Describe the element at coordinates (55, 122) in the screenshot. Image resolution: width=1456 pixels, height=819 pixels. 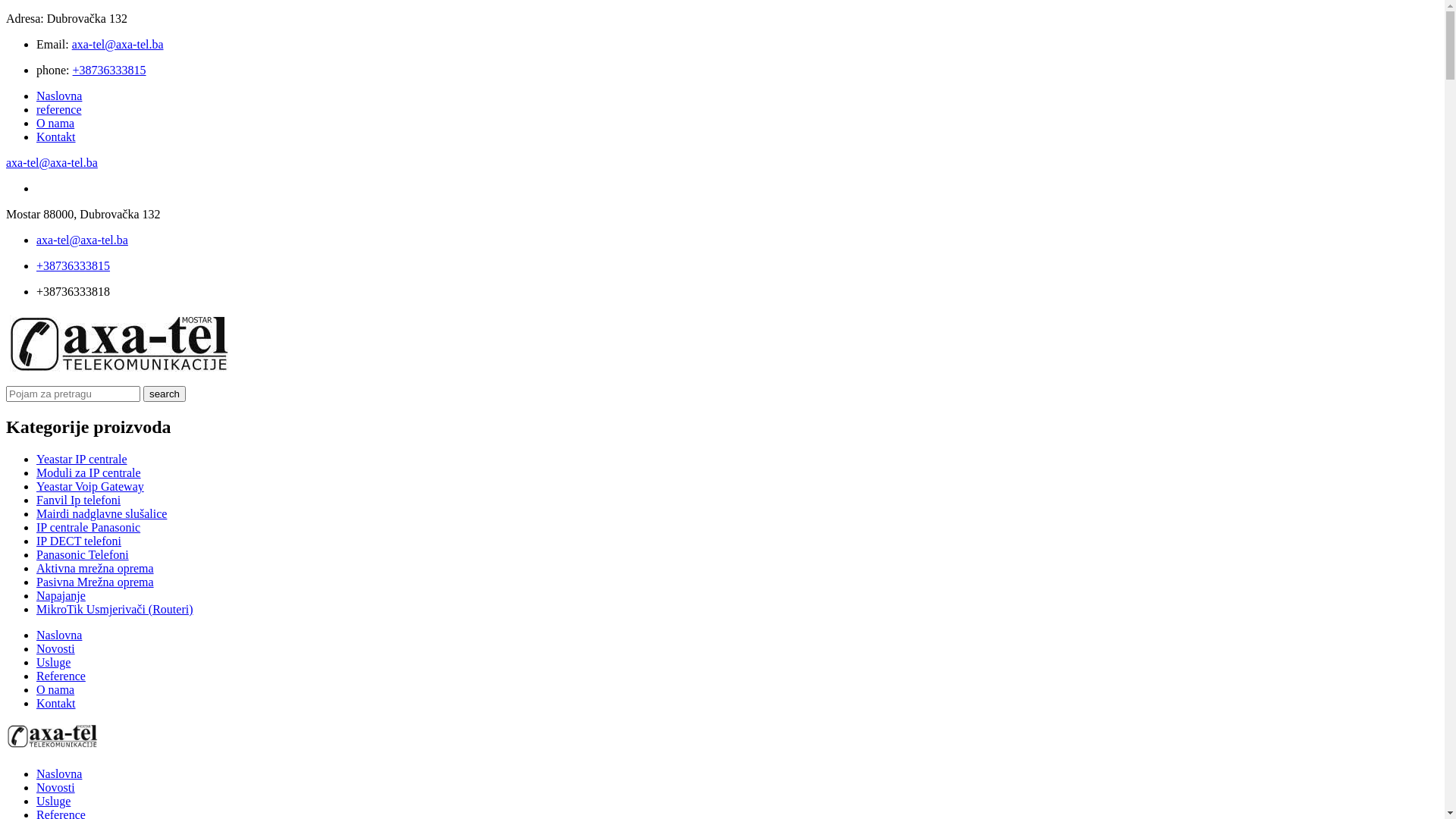
I see `'O nama'` at that location.